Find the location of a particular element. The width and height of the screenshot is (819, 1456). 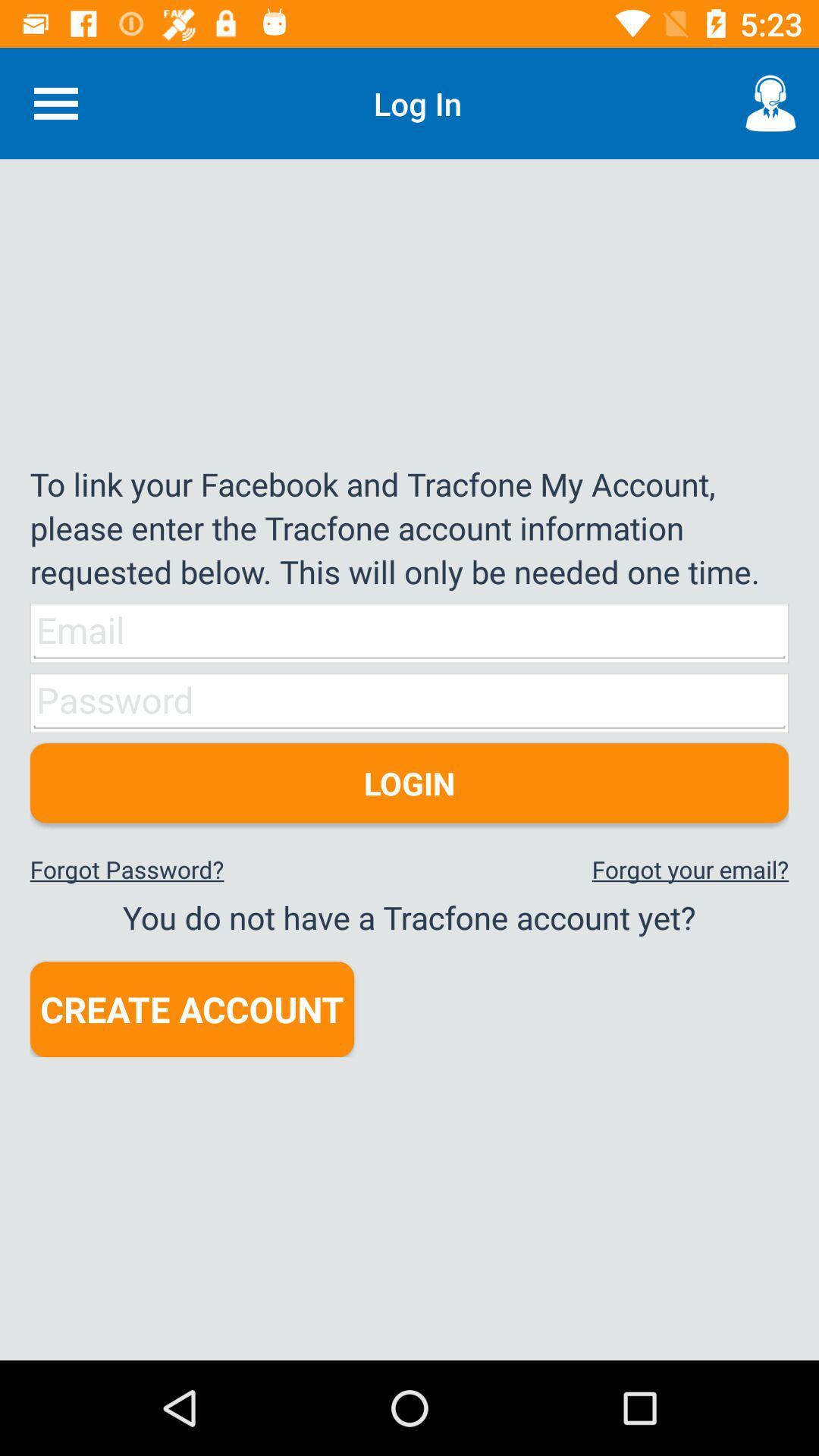

the item next to the log in is located at coordinates (771, 102).